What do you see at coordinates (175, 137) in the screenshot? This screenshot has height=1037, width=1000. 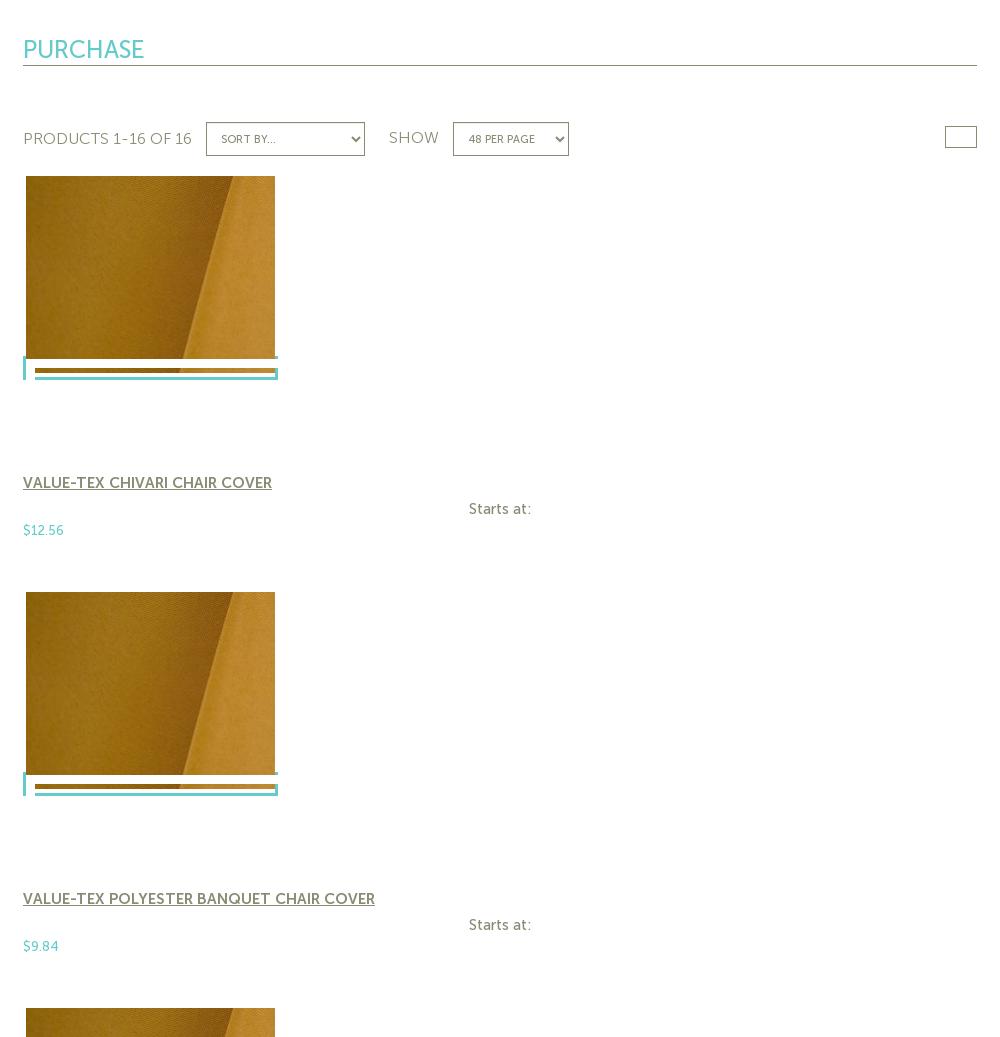 I see `'16'` at bounding box center [175, 137].